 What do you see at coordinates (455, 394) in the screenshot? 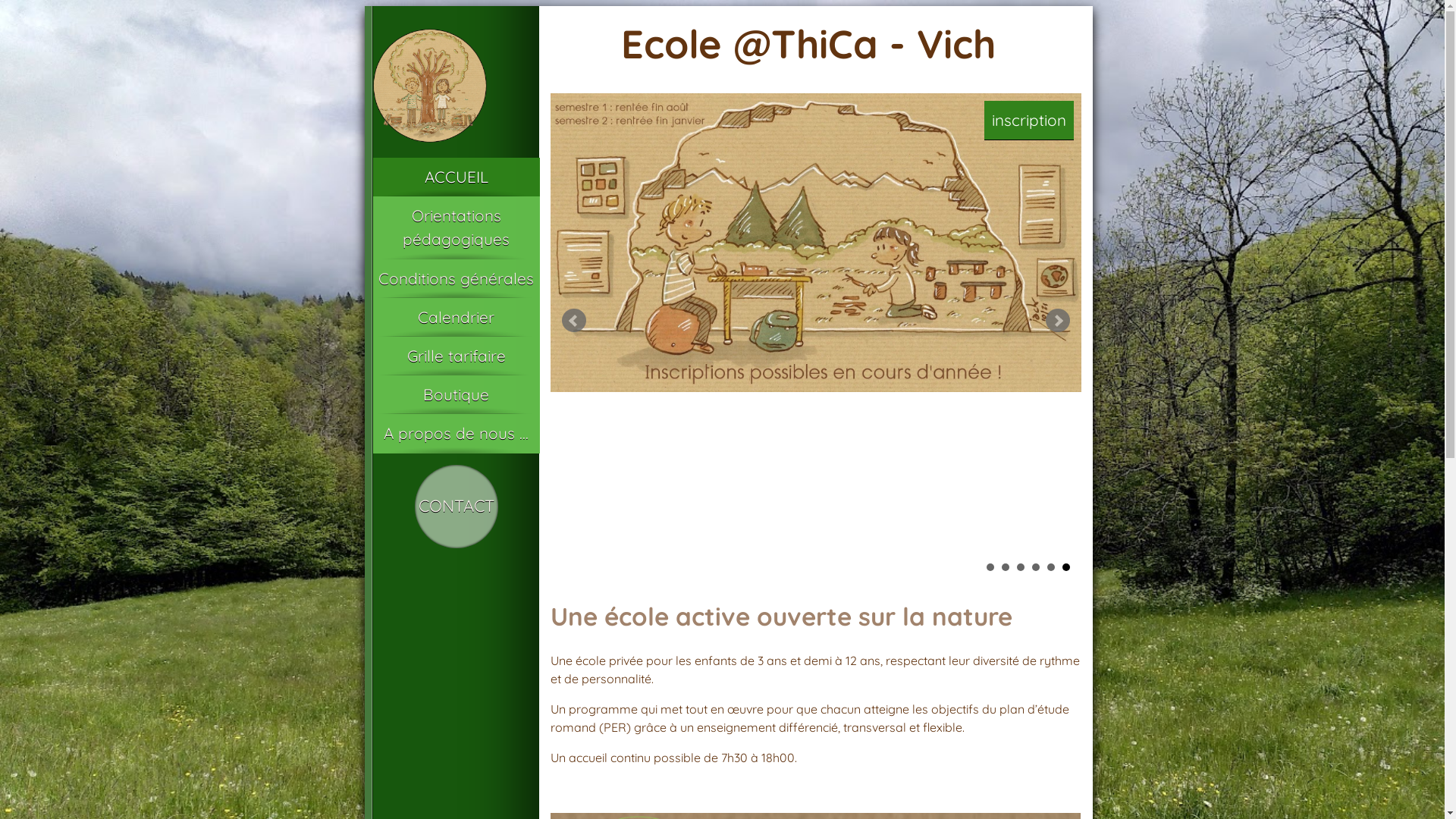
I see `'Boutique'` at bounding box center [455, 394].